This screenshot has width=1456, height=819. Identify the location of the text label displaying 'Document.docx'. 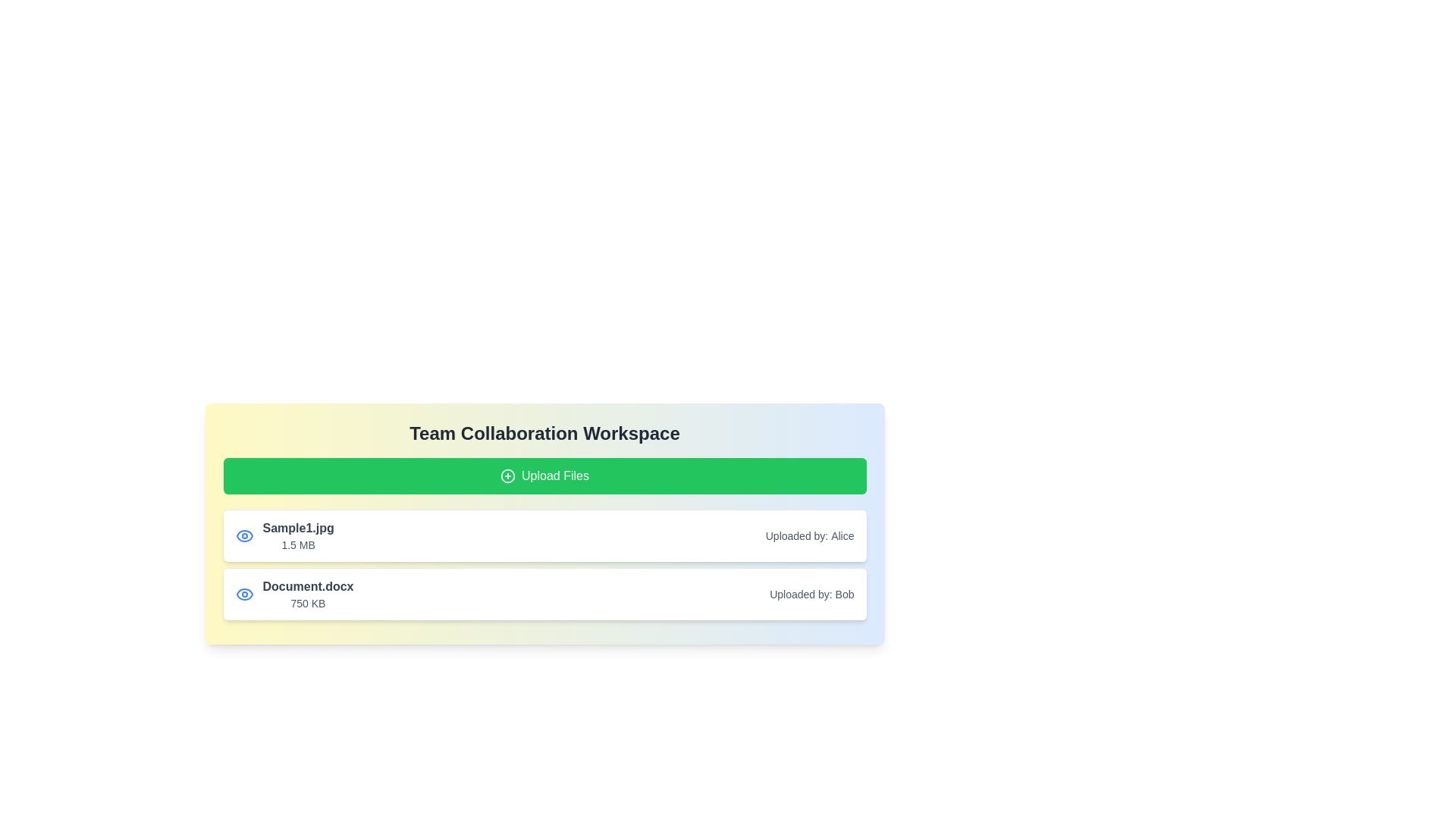
(294, 593).